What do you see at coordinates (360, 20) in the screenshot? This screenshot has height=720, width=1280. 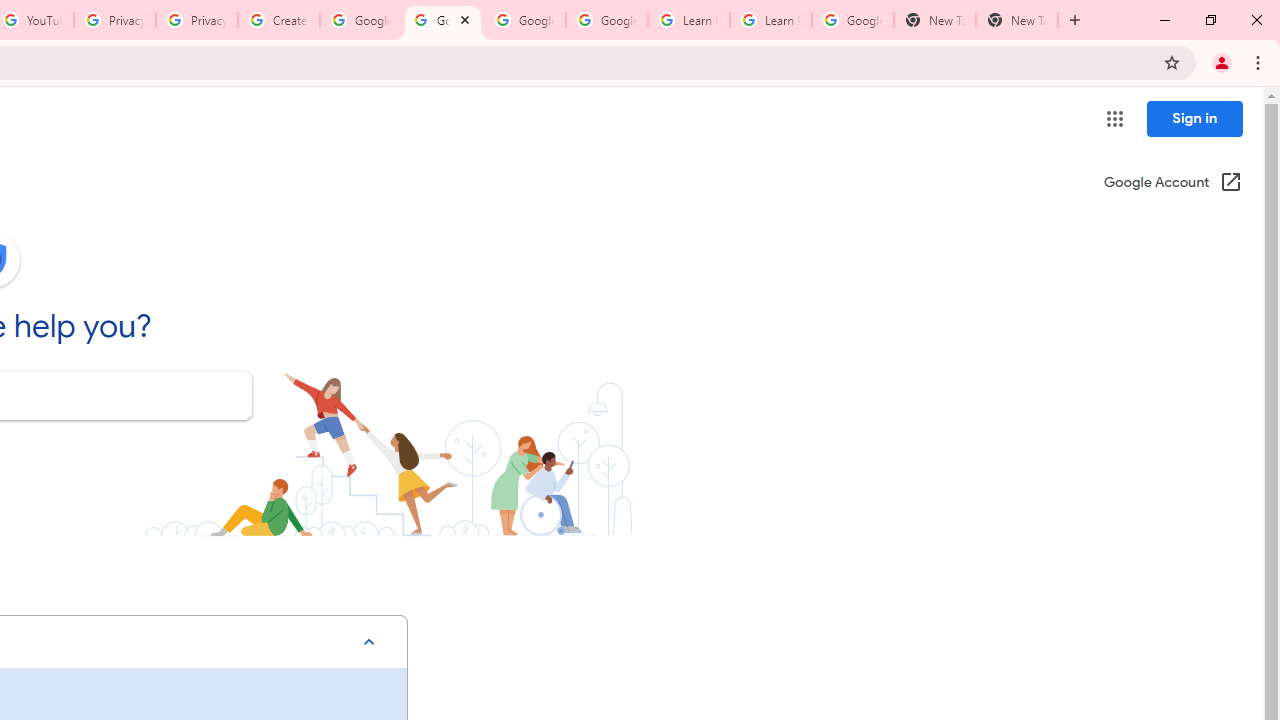 I see `'Google Account Help'` at bounding box center [360, 20].